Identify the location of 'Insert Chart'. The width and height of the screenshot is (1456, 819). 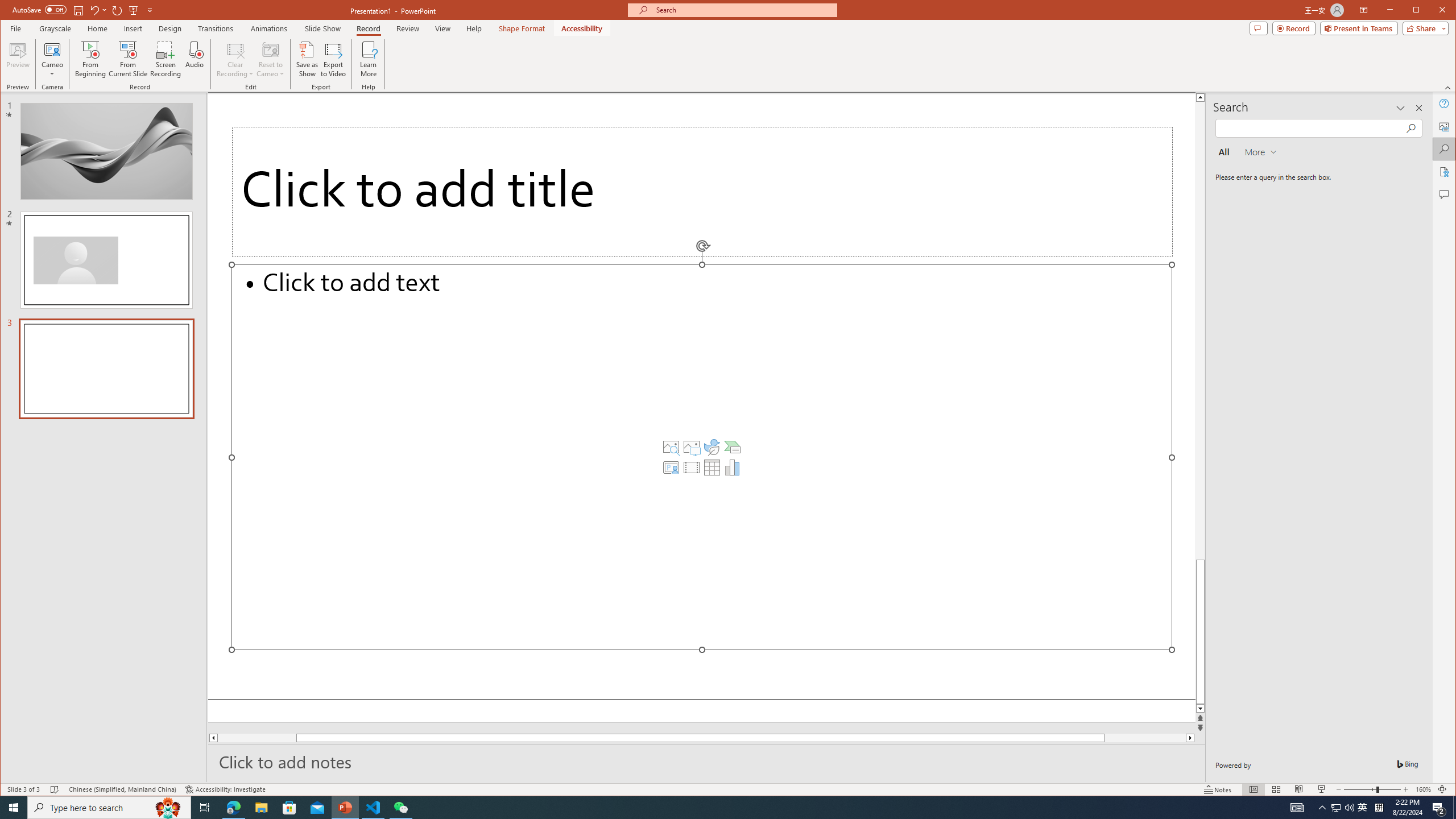
(732, 468).